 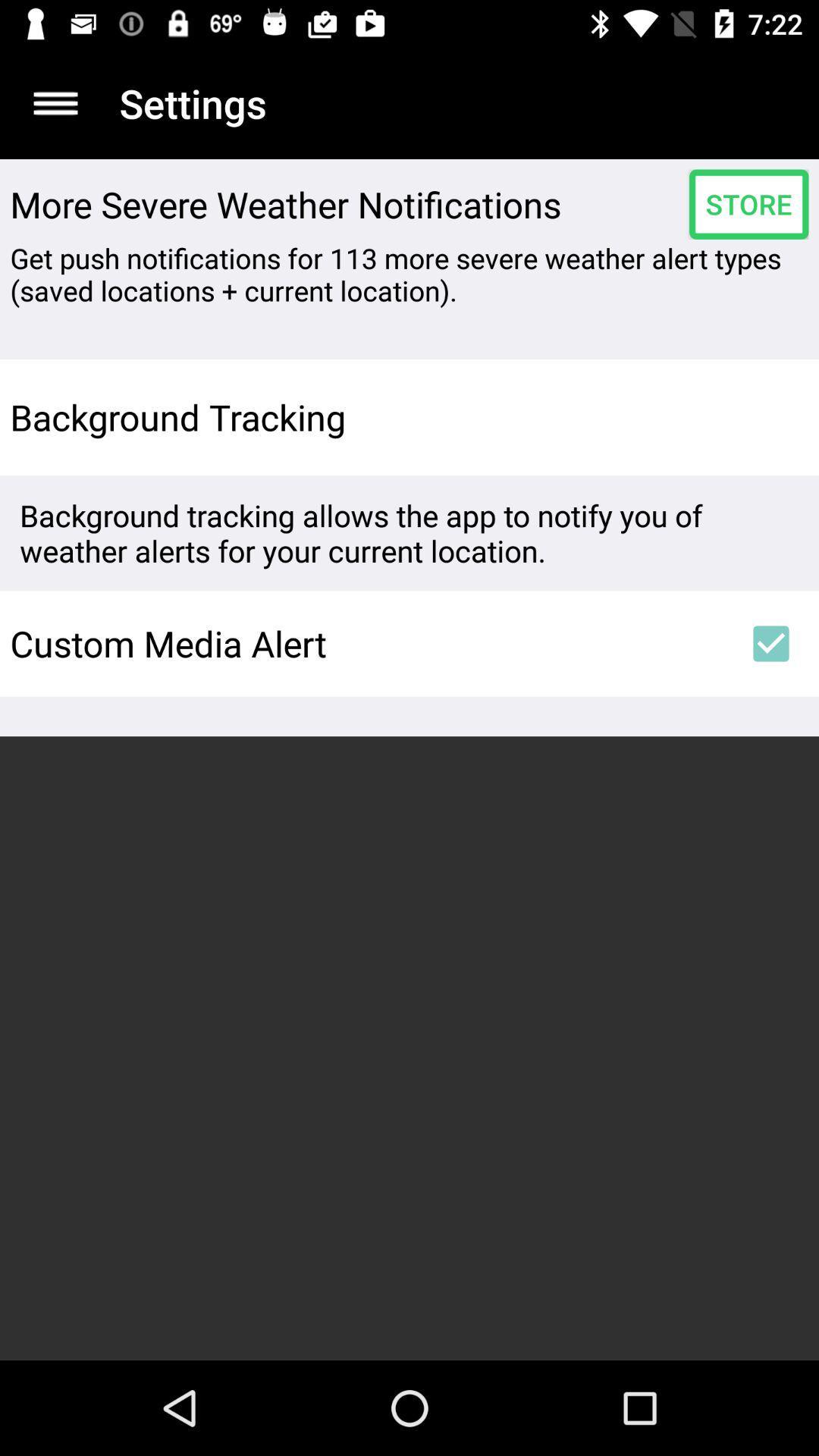 I want to click on the settings option, so click(x=55, y=102).